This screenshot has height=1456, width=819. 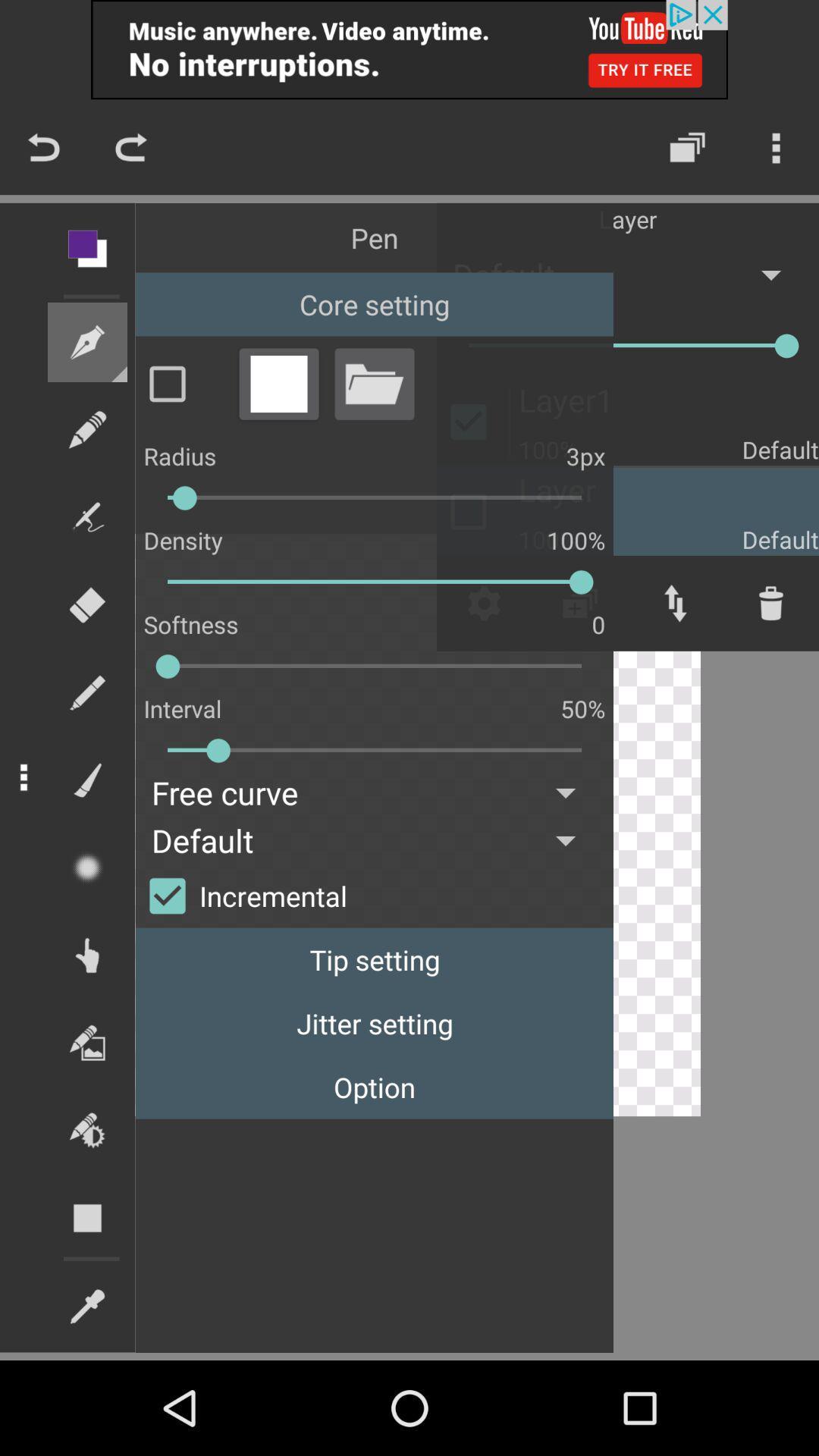 What do you see at coordinates (278, 384) in the screenshot?
I see `change a color` at bounding box center [278, 384].